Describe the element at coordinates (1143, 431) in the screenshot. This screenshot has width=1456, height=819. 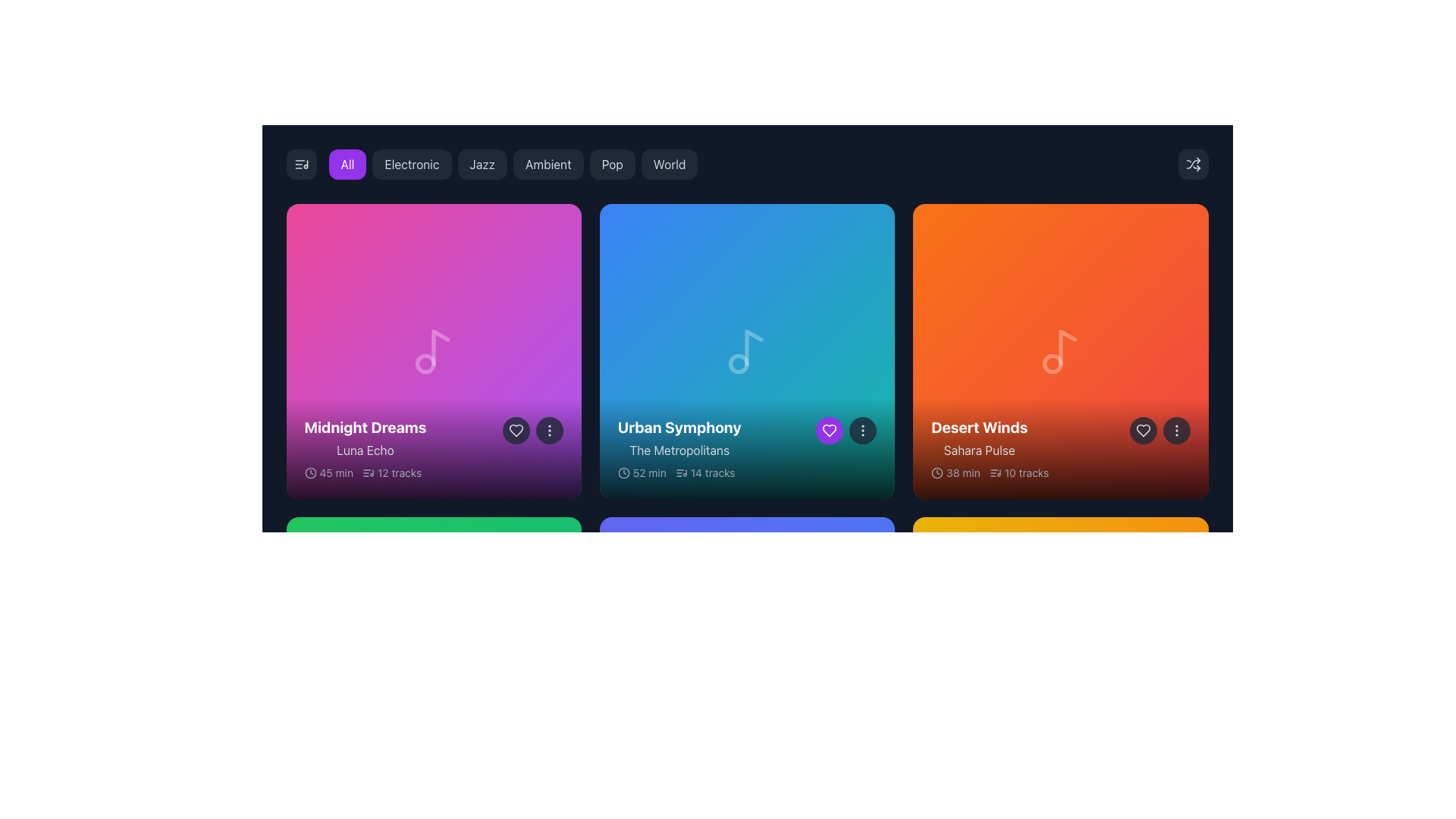
I see `the favorite heart icon located at the bottom-right corner of the orange card labeled 'Desert Winds'` at that location.